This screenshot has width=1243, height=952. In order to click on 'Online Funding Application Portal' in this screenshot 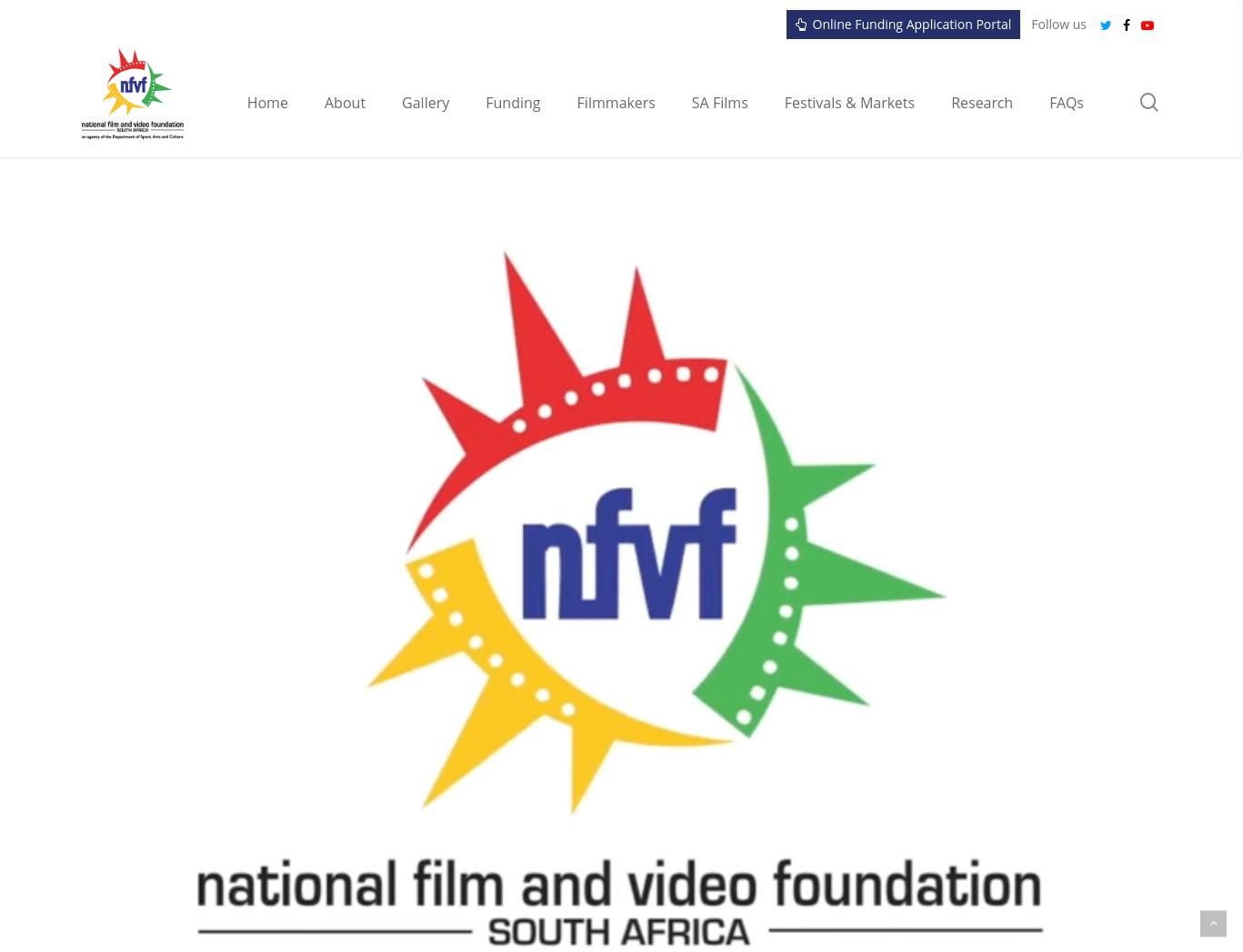, I will do `click(812, 23)`.